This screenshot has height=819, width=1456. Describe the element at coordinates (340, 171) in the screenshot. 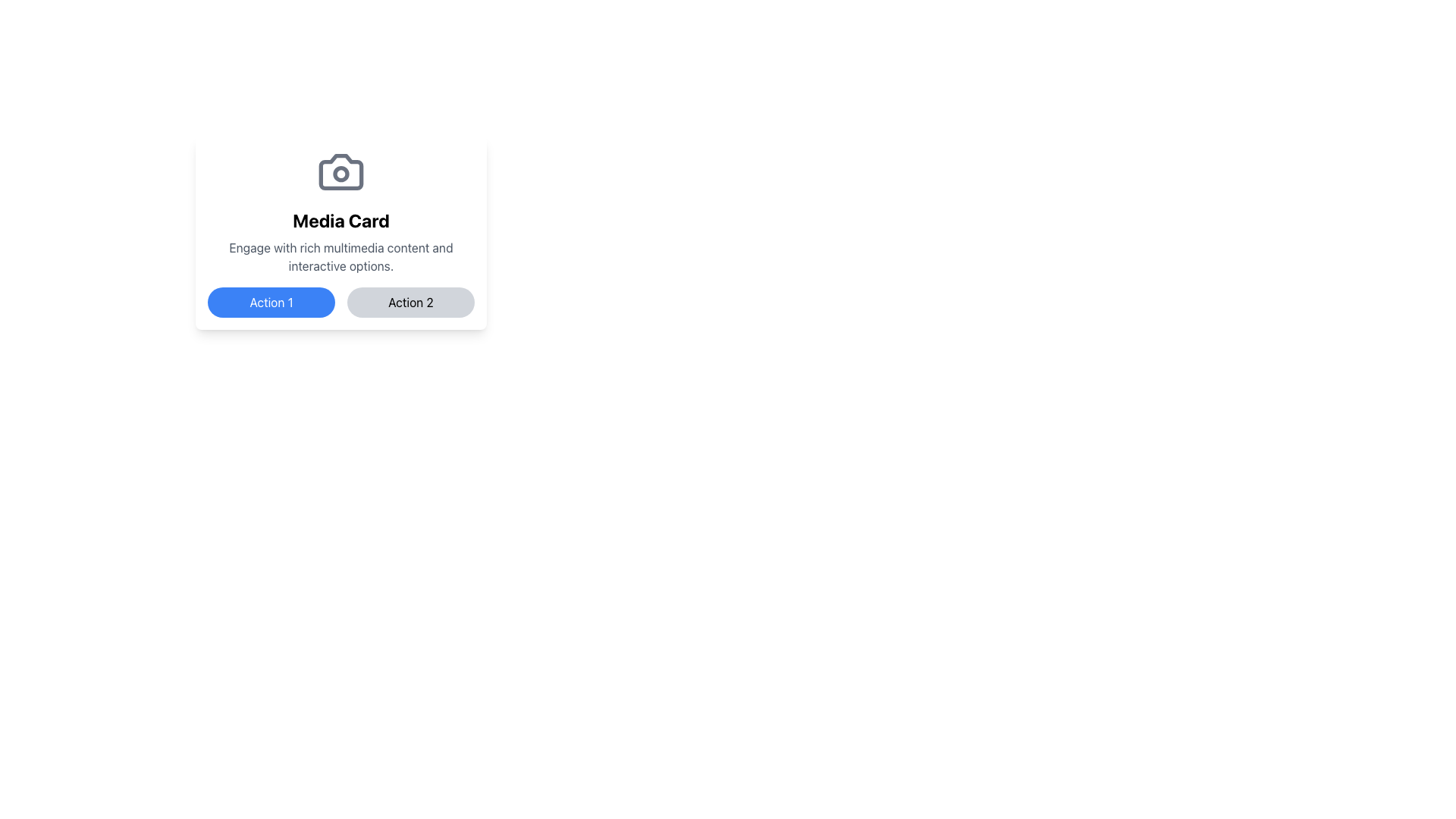

I see `the camera icon with a gray outline and circular lens detail, which is centrally located within the 'Media Card' component` at that location.